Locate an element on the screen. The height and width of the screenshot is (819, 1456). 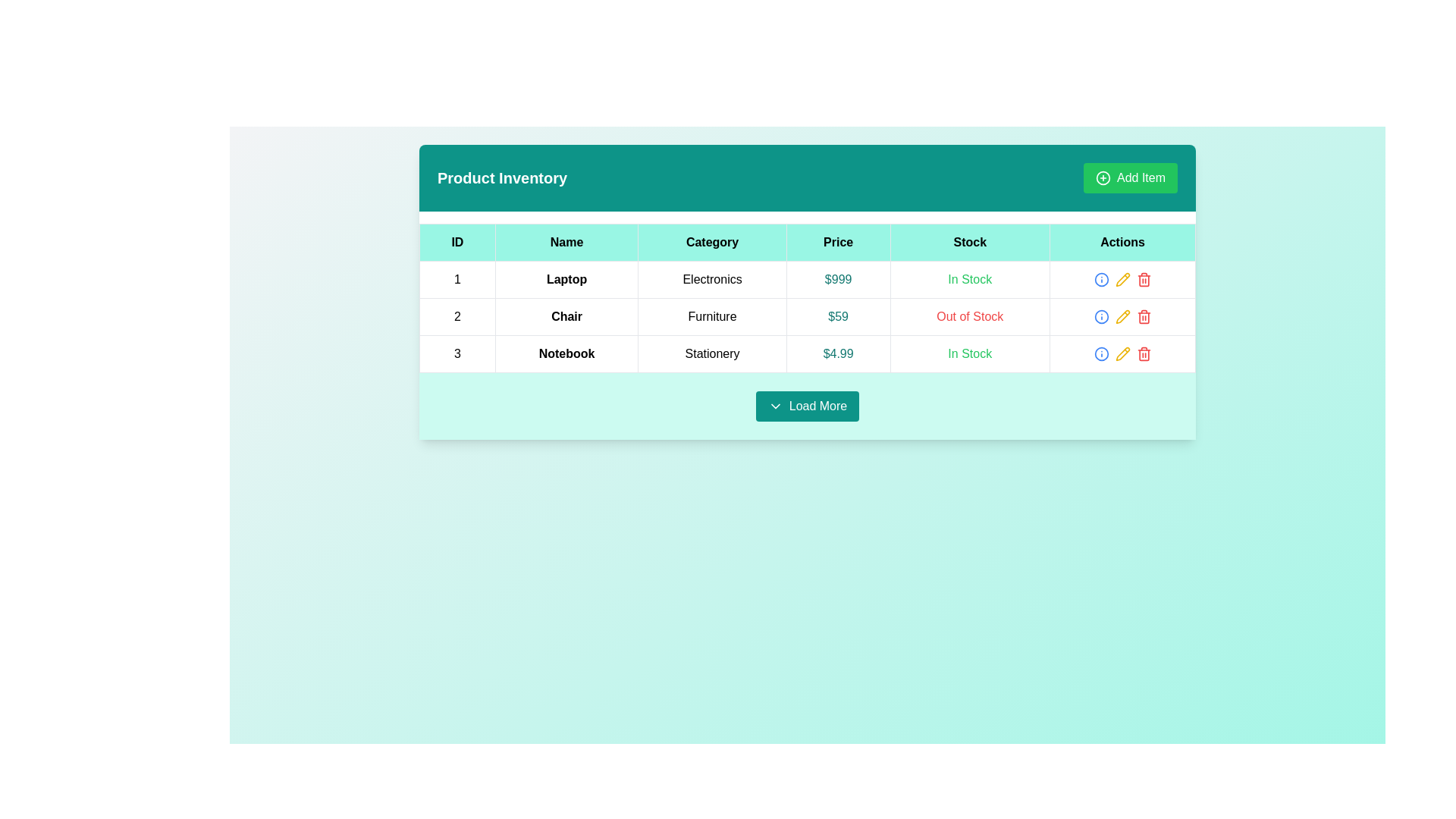
the static text element displaying the numeral '2' in the first cell of the second row under the 'ID' column in the data table is located at coordinates (457, 315).